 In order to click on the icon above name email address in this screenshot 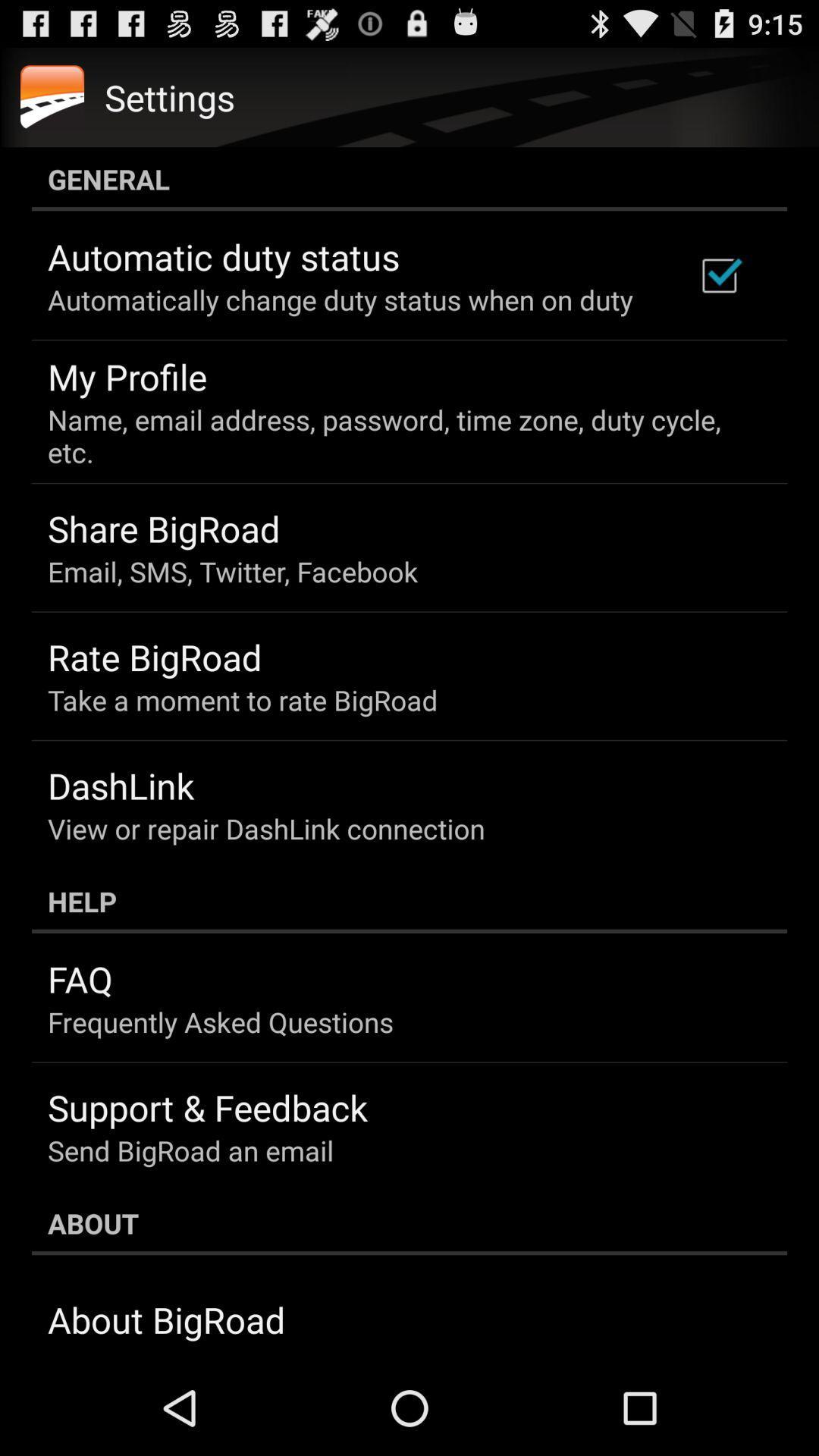, I will do `click(718, 275)`.